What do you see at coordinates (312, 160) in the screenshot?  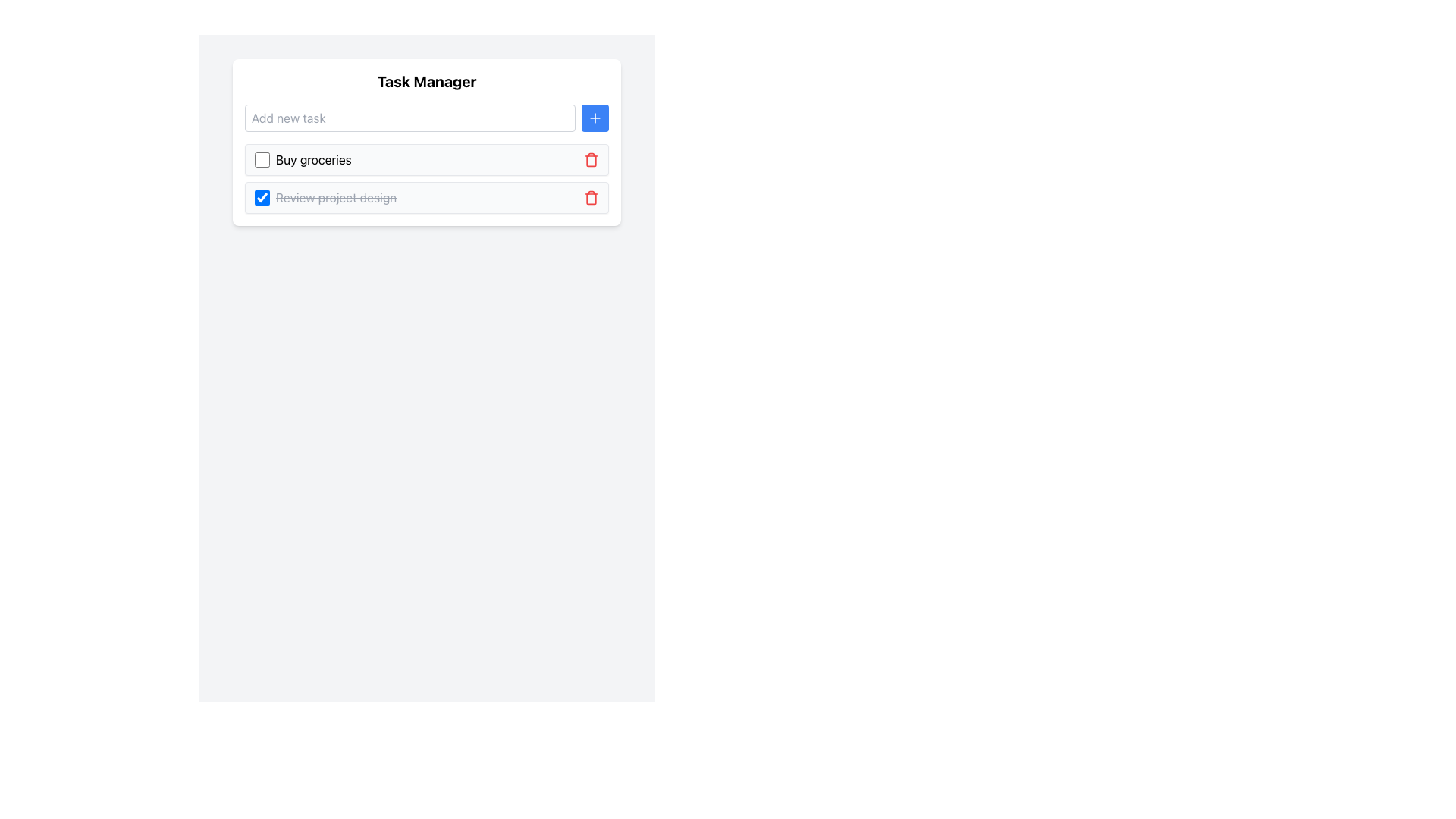 I see `plain text label that reads 'Buy groceries', located to the right of a checkbox in the second task row of the task list interface` at bounding box center [312, 160].